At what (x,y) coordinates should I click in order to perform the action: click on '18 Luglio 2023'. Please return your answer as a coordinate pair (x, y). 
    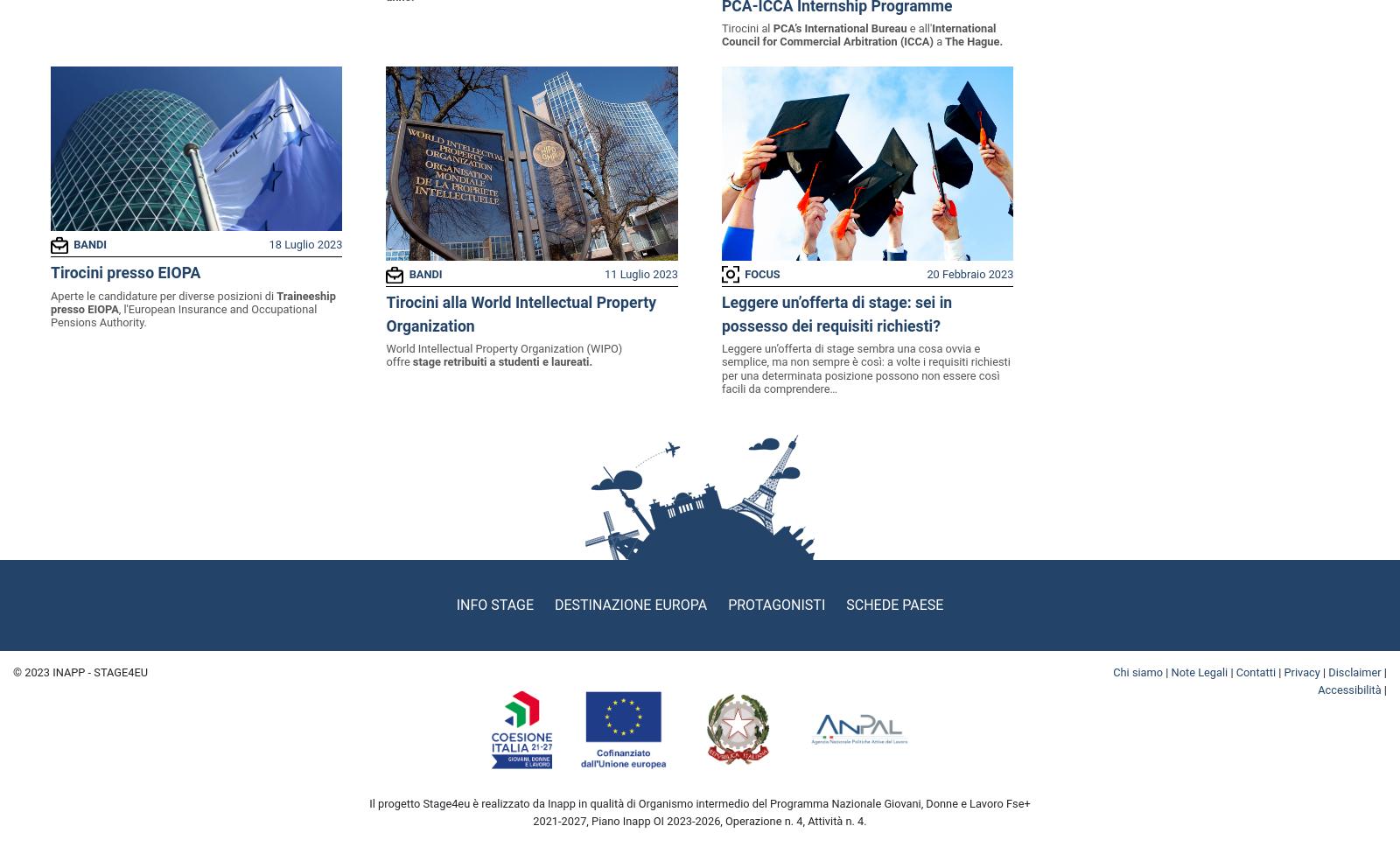
    Looking at the image, I should click on (304, 243).